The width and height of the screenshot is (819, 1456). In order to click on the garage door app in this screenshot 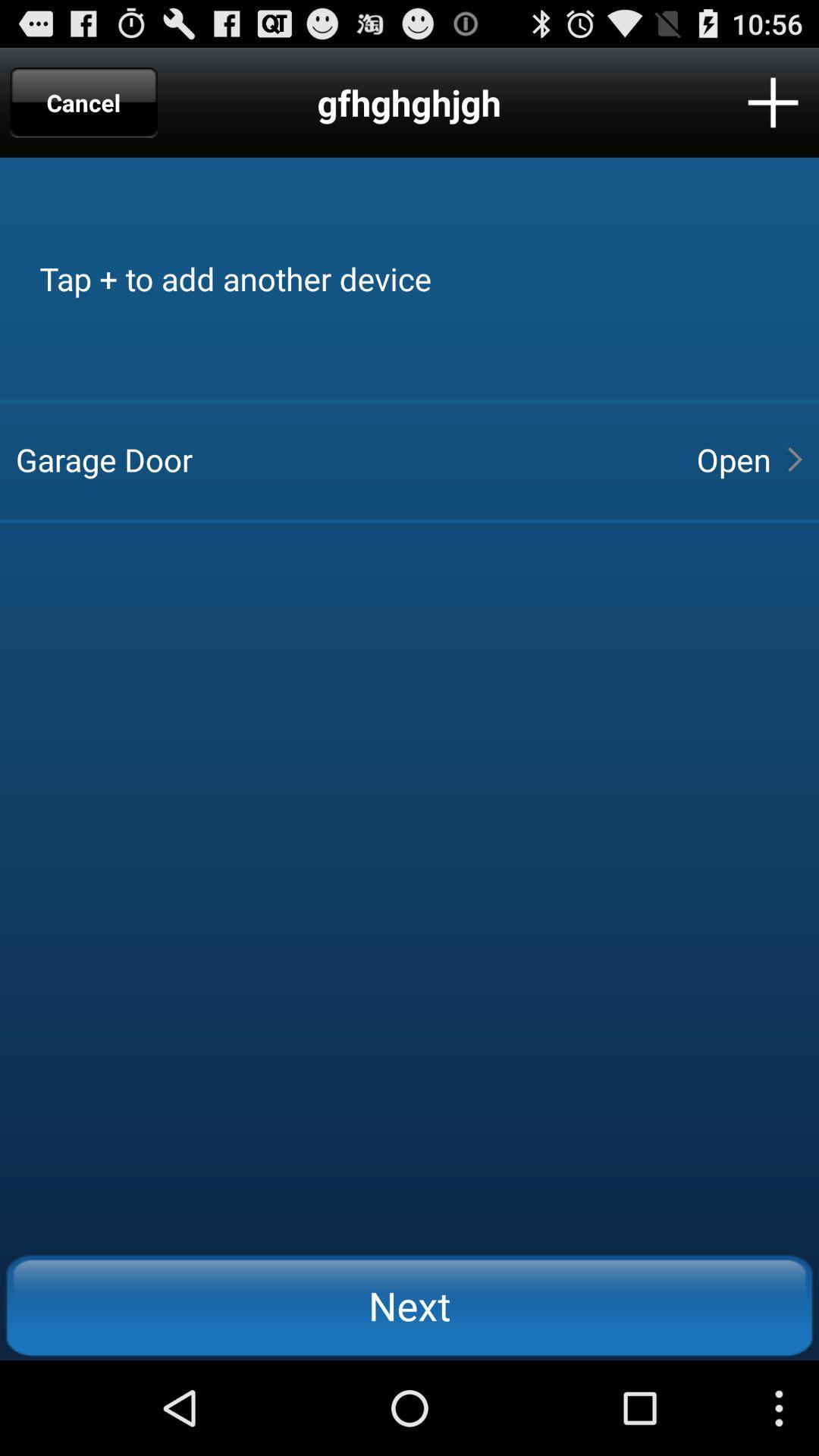, I will do `click(343, 458)`.